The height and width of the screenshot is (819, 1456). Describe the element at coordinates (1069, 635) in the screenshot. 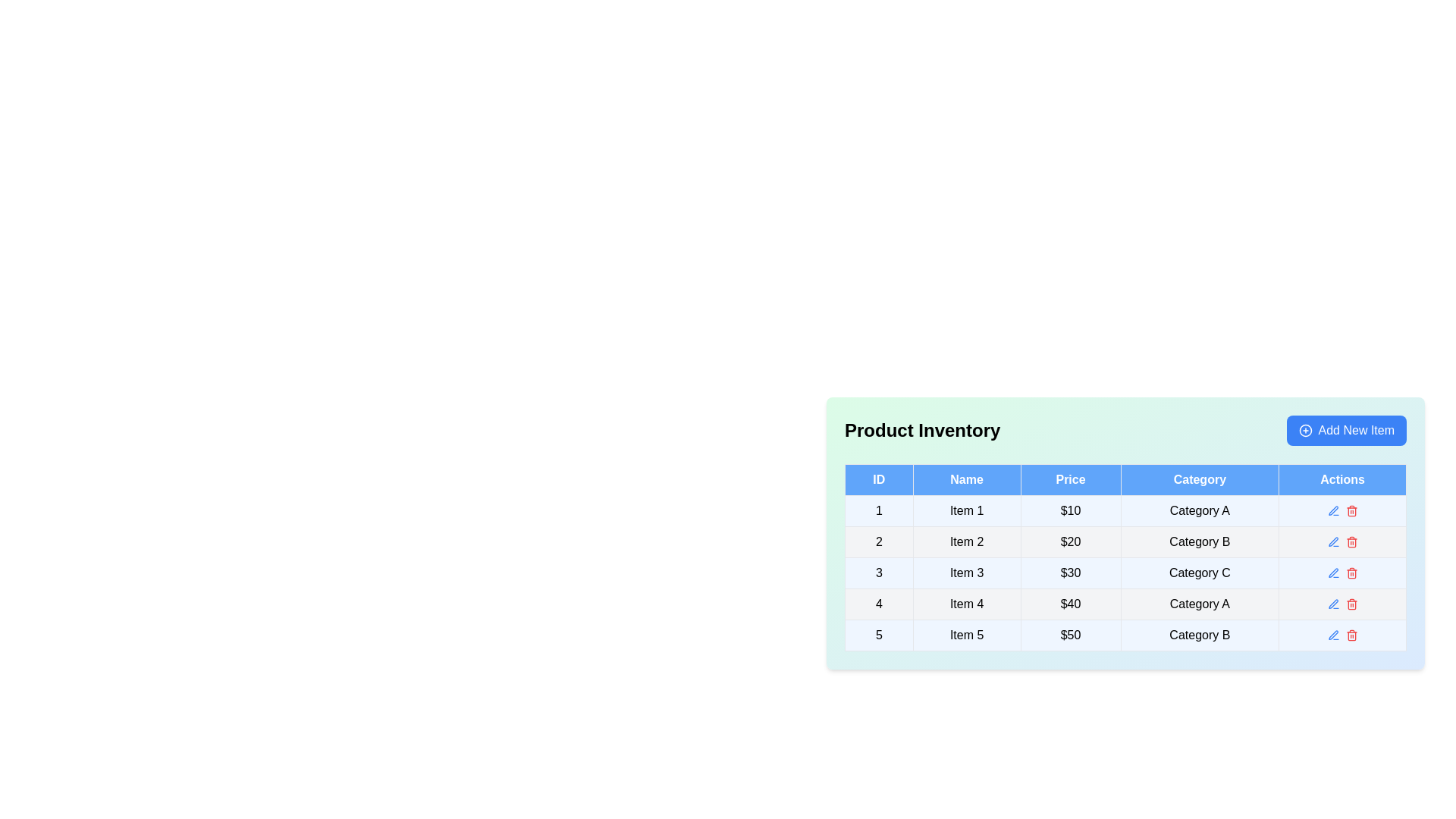

I see `the static text label displaying the price value for 'Item 5' in the table, located in the 'Price' column of the fifth row` at that location.